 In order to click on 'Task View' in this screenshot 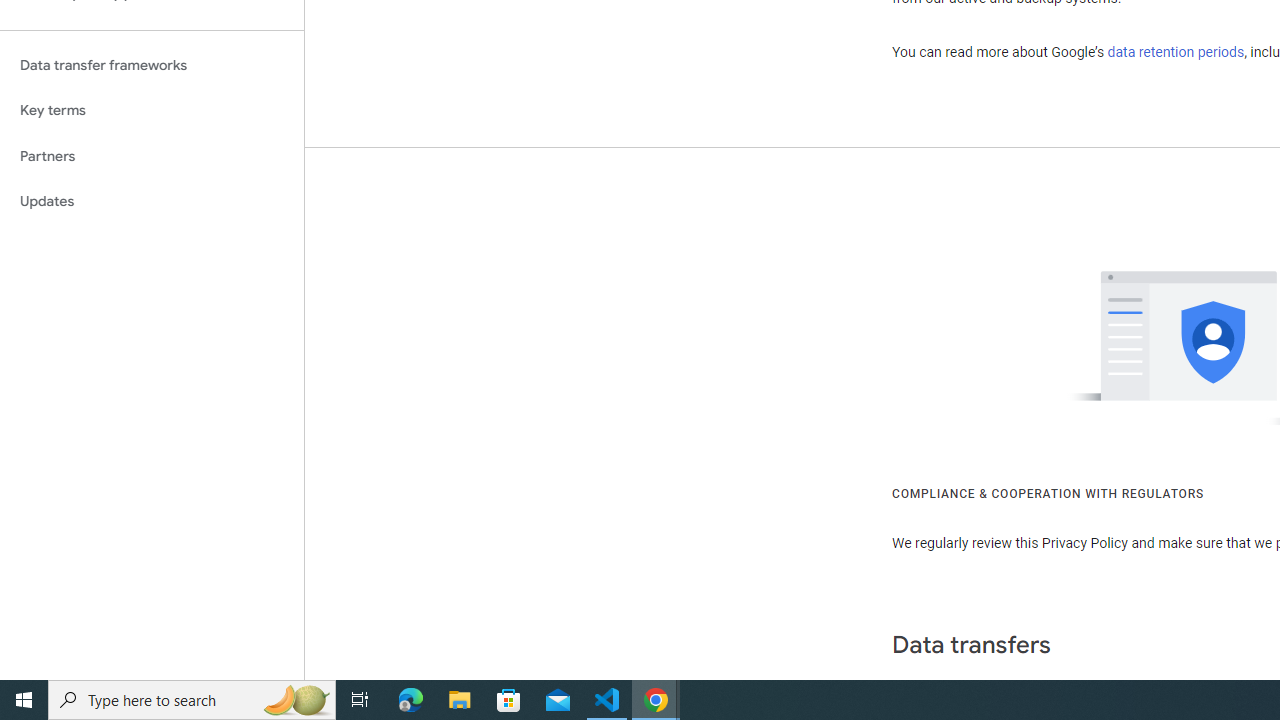, I will do `click(359, 698)`.